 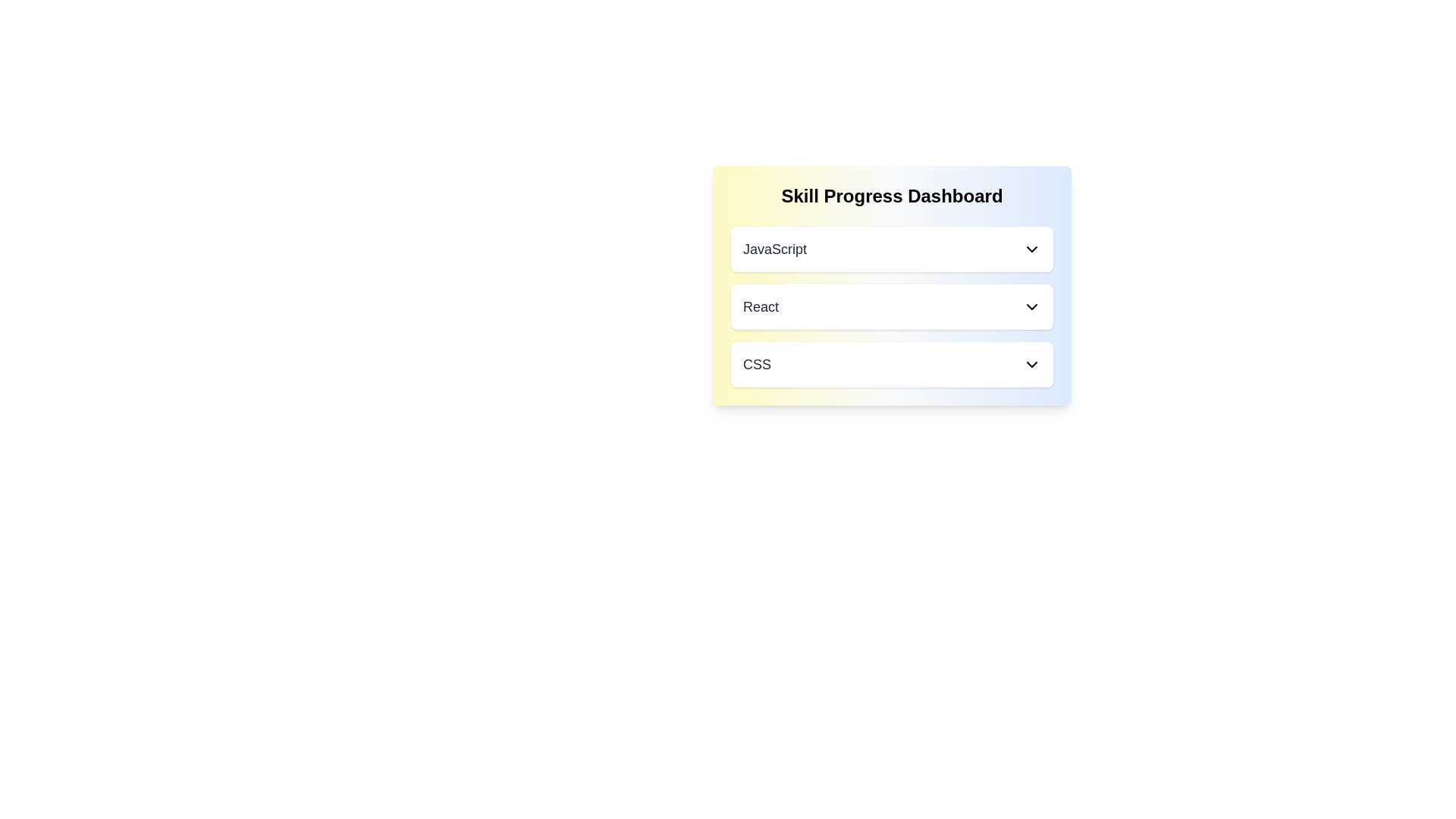 What do you see at coordinates (892, 286) in the screenshot?
I see `the second skill entry labeled 'React' in the vertically stacked skill list of the 'Skill Progress Dashboard' card` at bounding box center [892, 286].